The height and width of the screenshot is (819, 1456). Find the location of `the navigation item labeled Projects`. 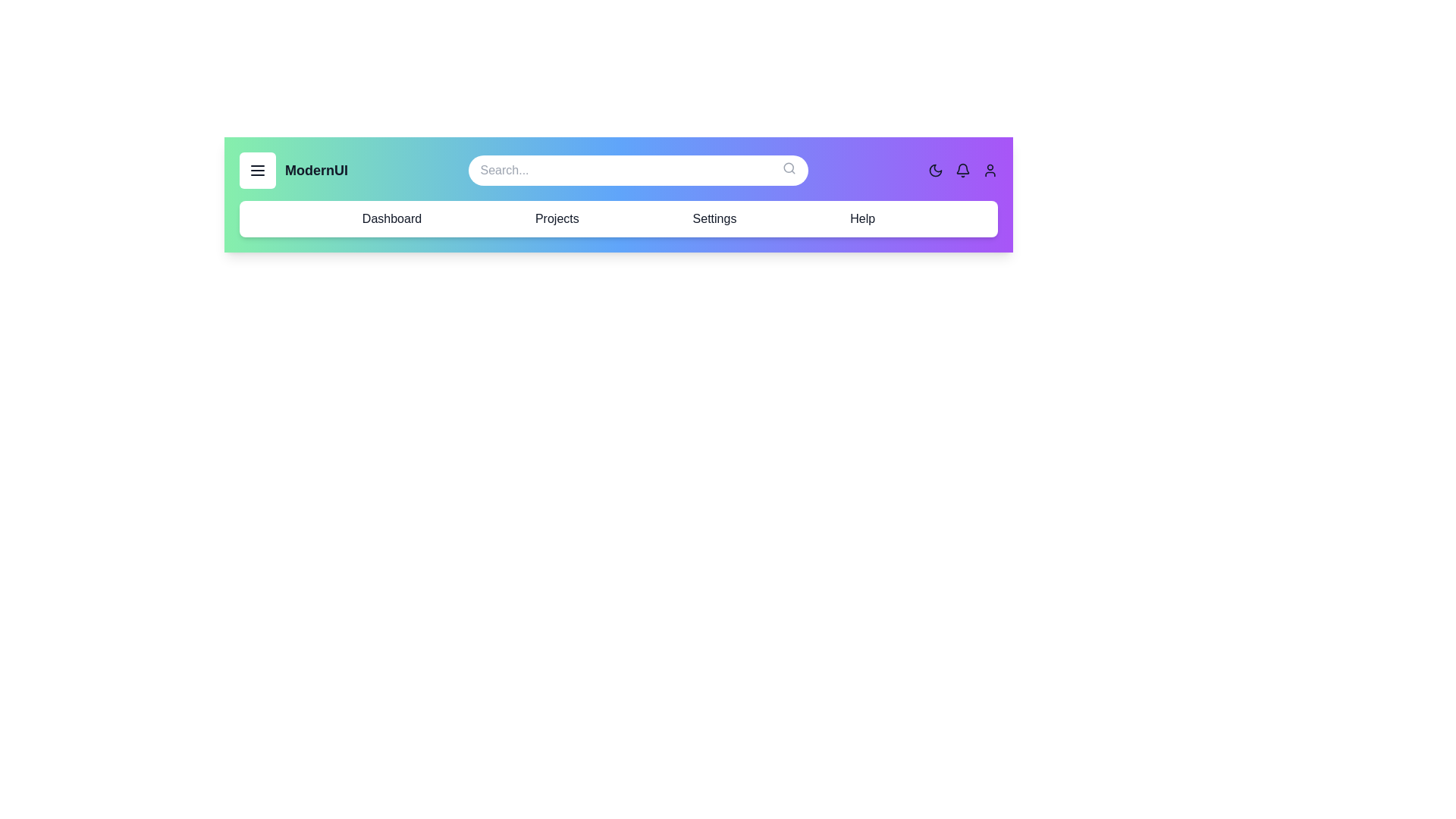

the navigation item labeled Projects is located at coordinates (556, 219).